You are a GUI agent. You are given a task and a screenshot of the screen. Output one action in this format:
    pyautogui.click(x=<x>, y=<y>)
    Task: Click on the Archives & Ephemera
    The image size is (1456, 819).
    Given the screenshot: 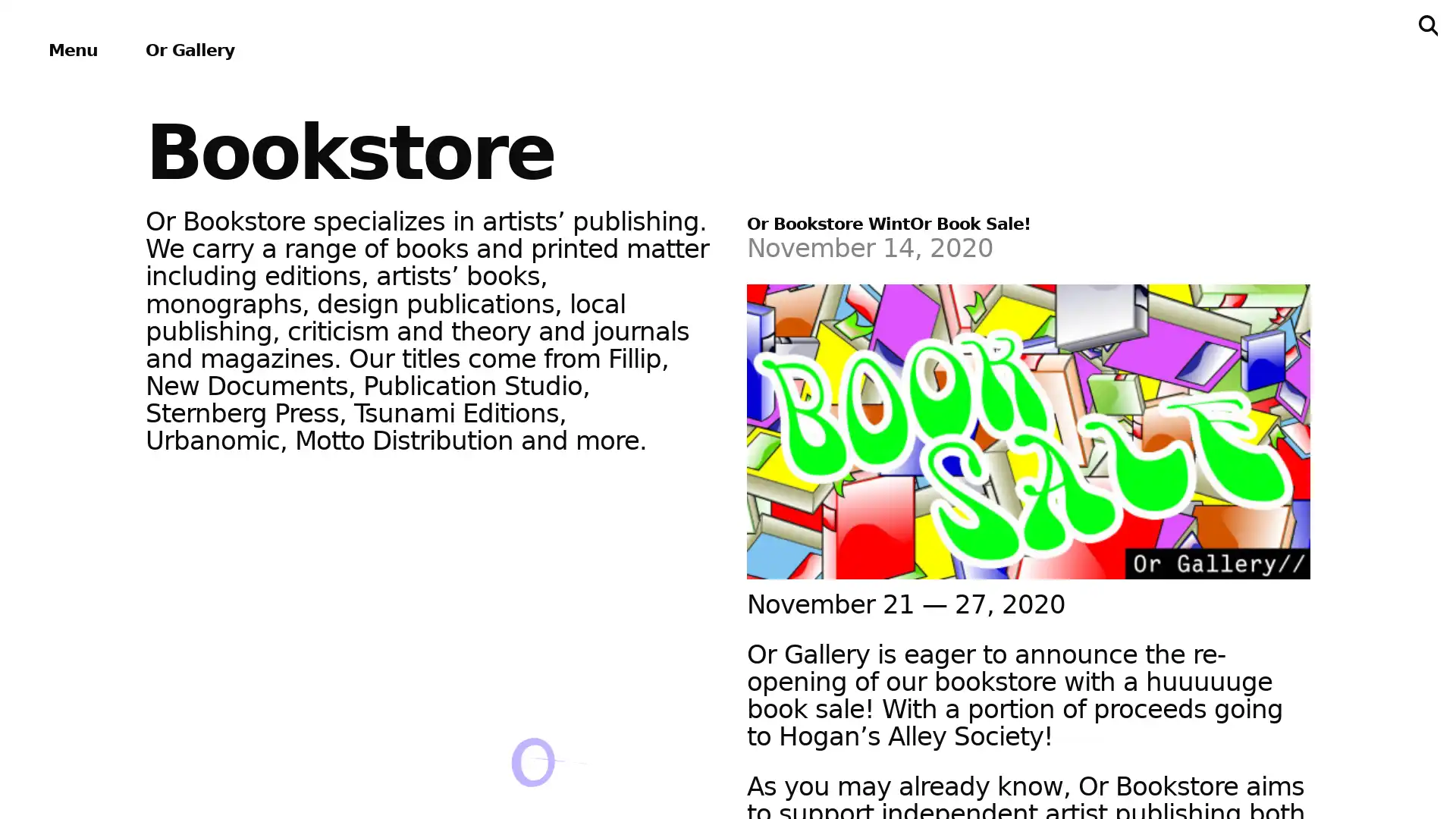 What is the action you would take?
    pyautogui.click(x=329, y=516)
    